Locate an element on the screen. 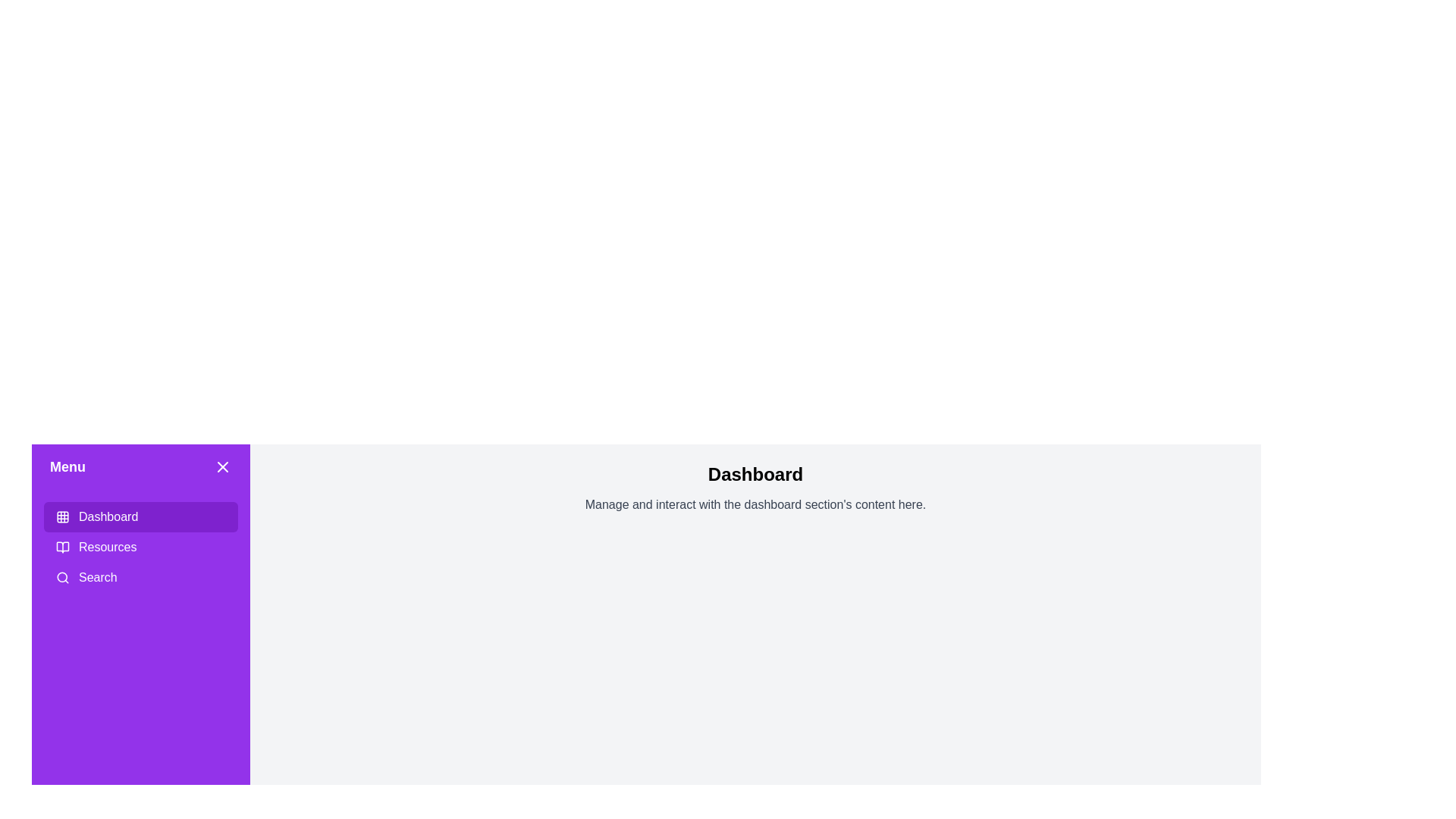  the magnifying glass icon located to the left of the 'Search' text is located at coordinates (61, 578).